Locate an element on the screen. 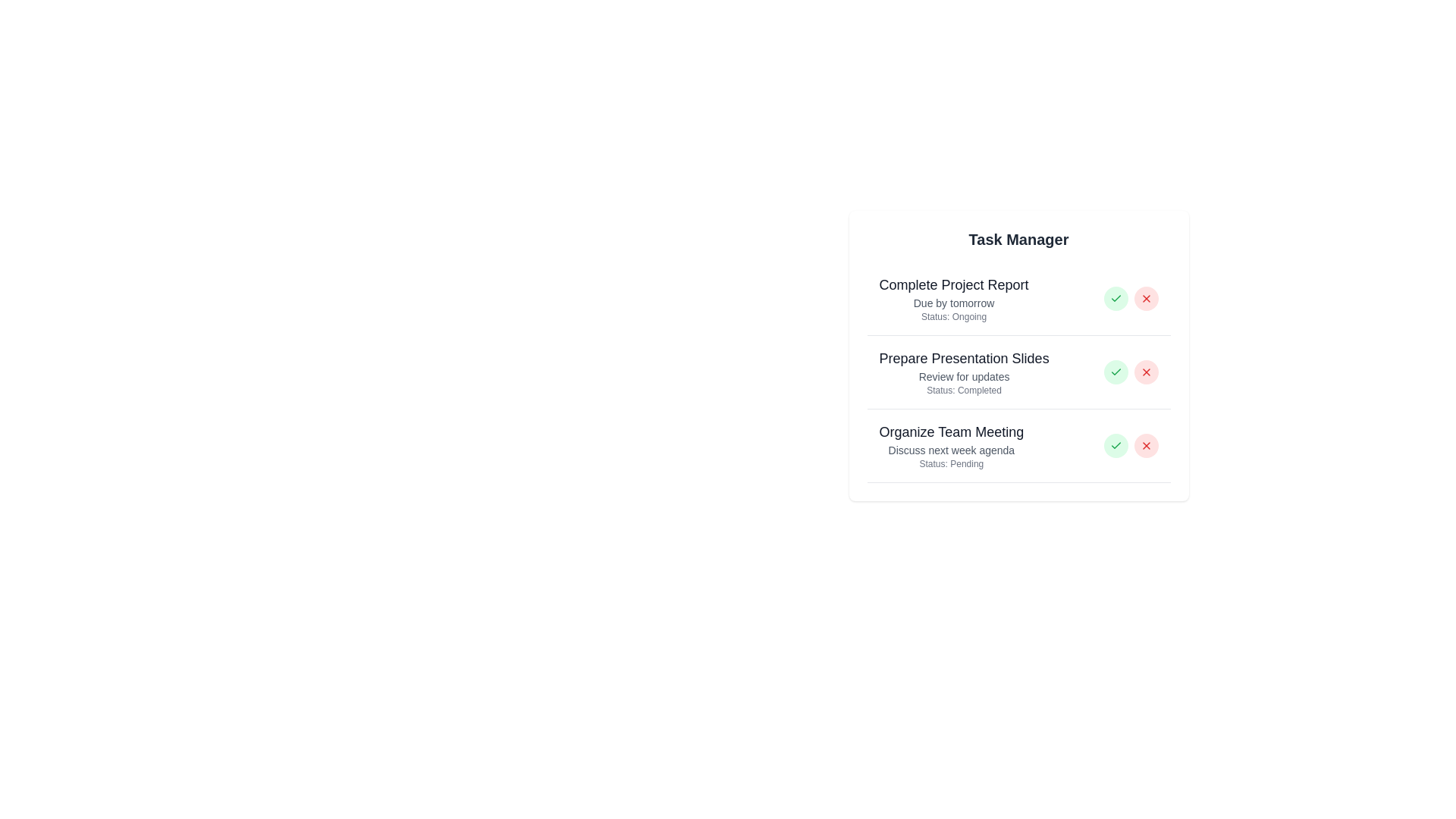  the cancel icon next to the 'Organize Team Meeting' task item in the task manager interface is located at coordinates (1146, 444).